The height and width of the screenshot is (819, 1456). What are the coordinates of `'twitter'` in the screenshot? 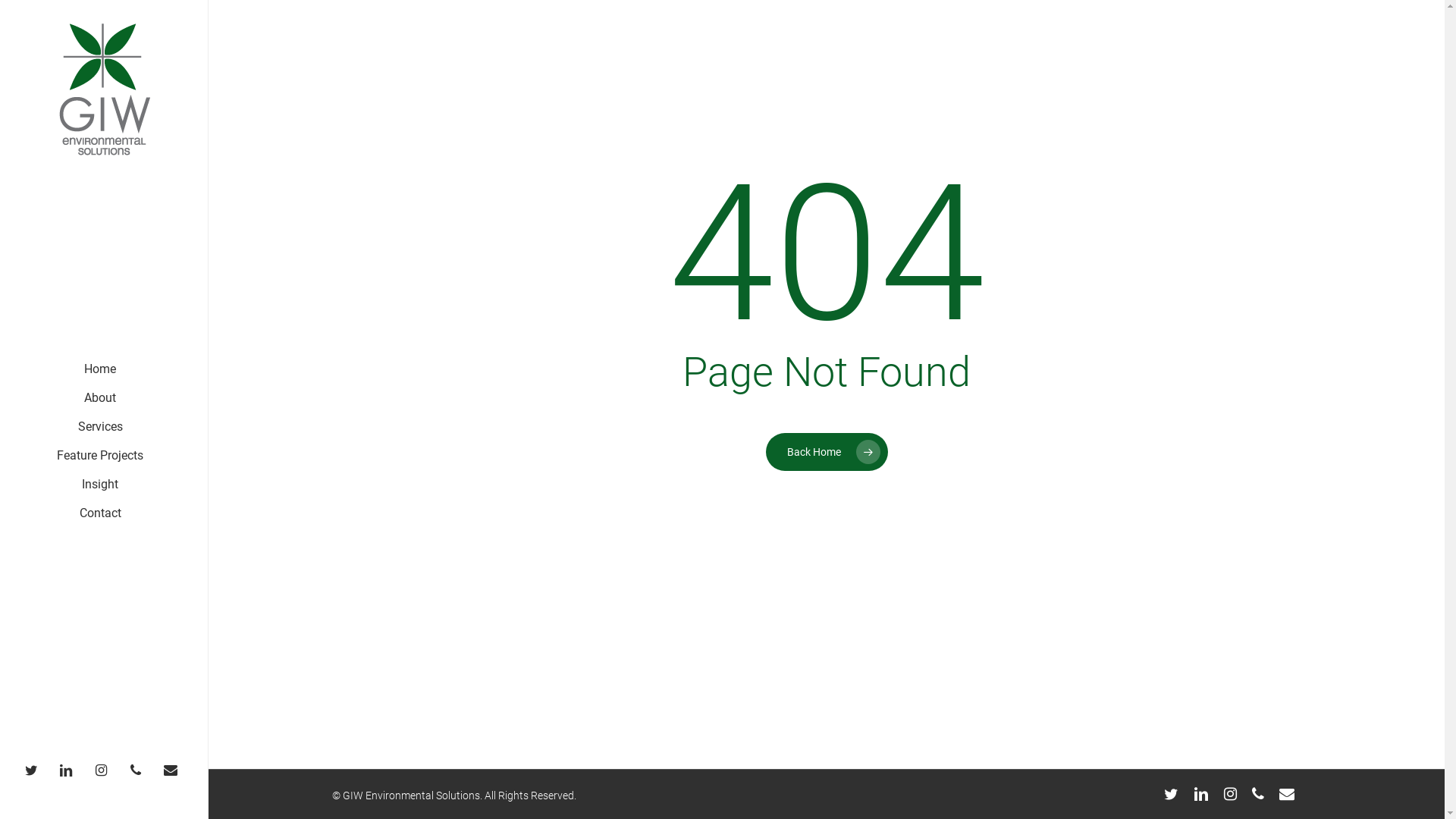 It's located at (1170, 792).